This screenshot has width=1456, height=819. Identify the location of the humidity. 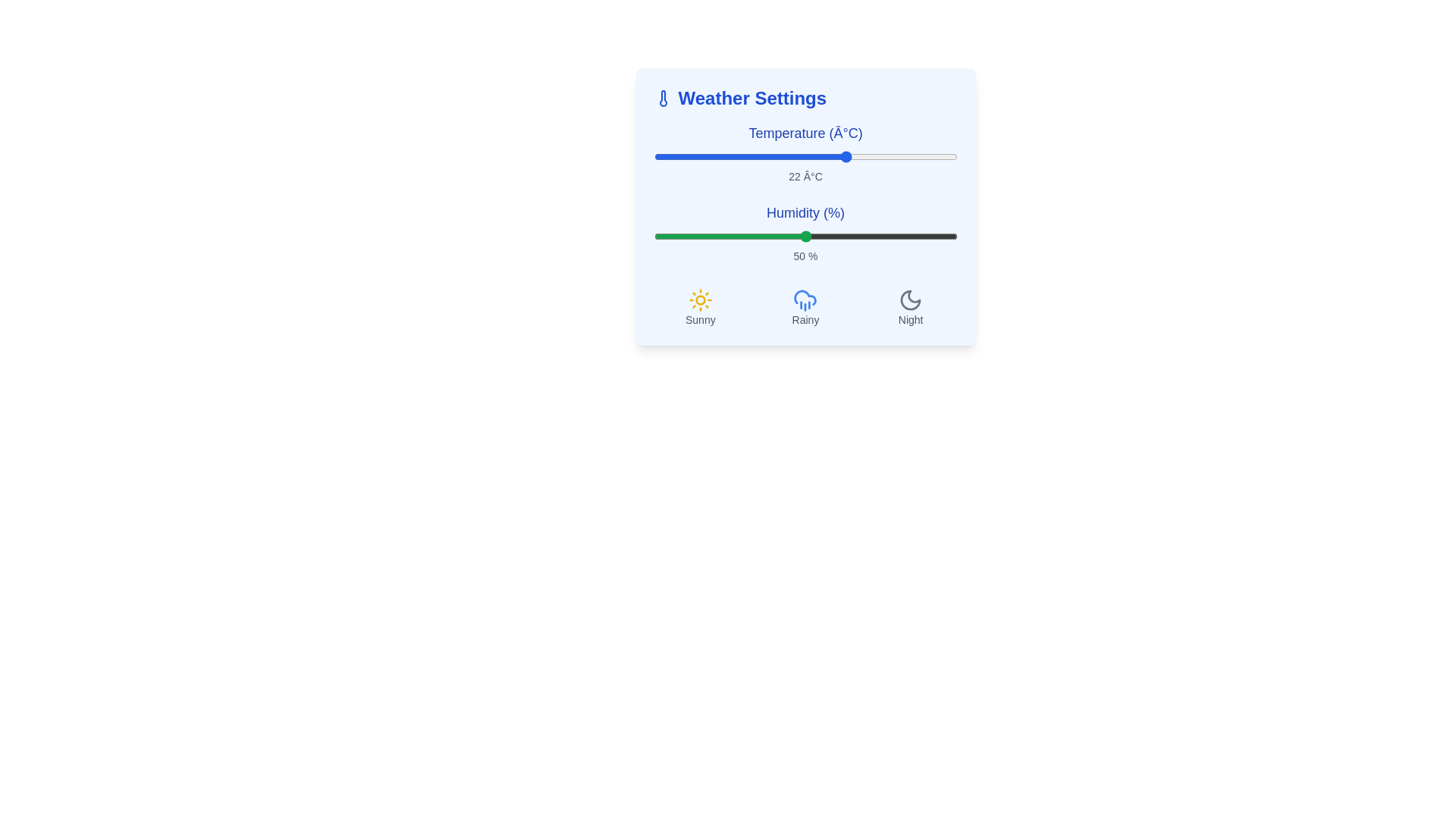
(745, 237).